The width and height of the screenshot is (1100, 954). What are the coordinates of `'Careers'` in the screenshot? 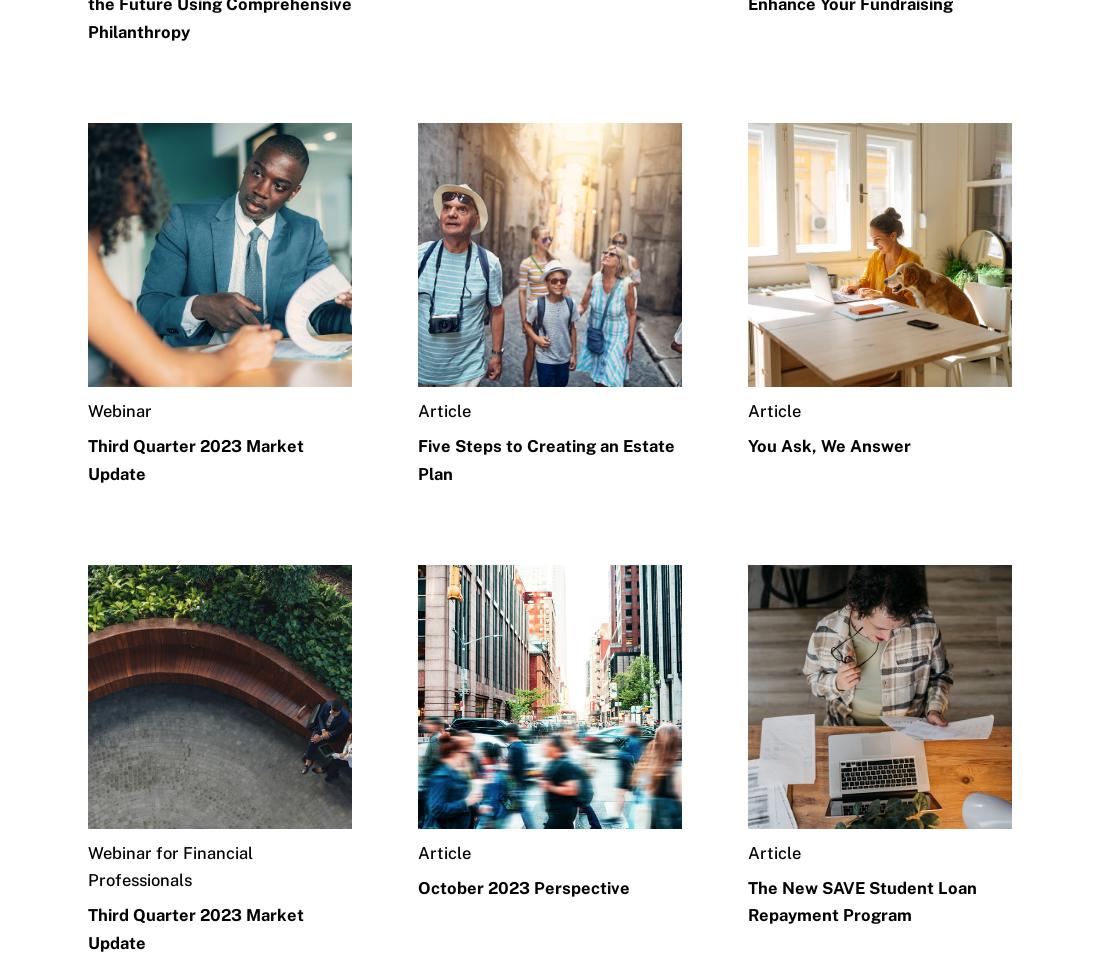 It's located at (324, 752).